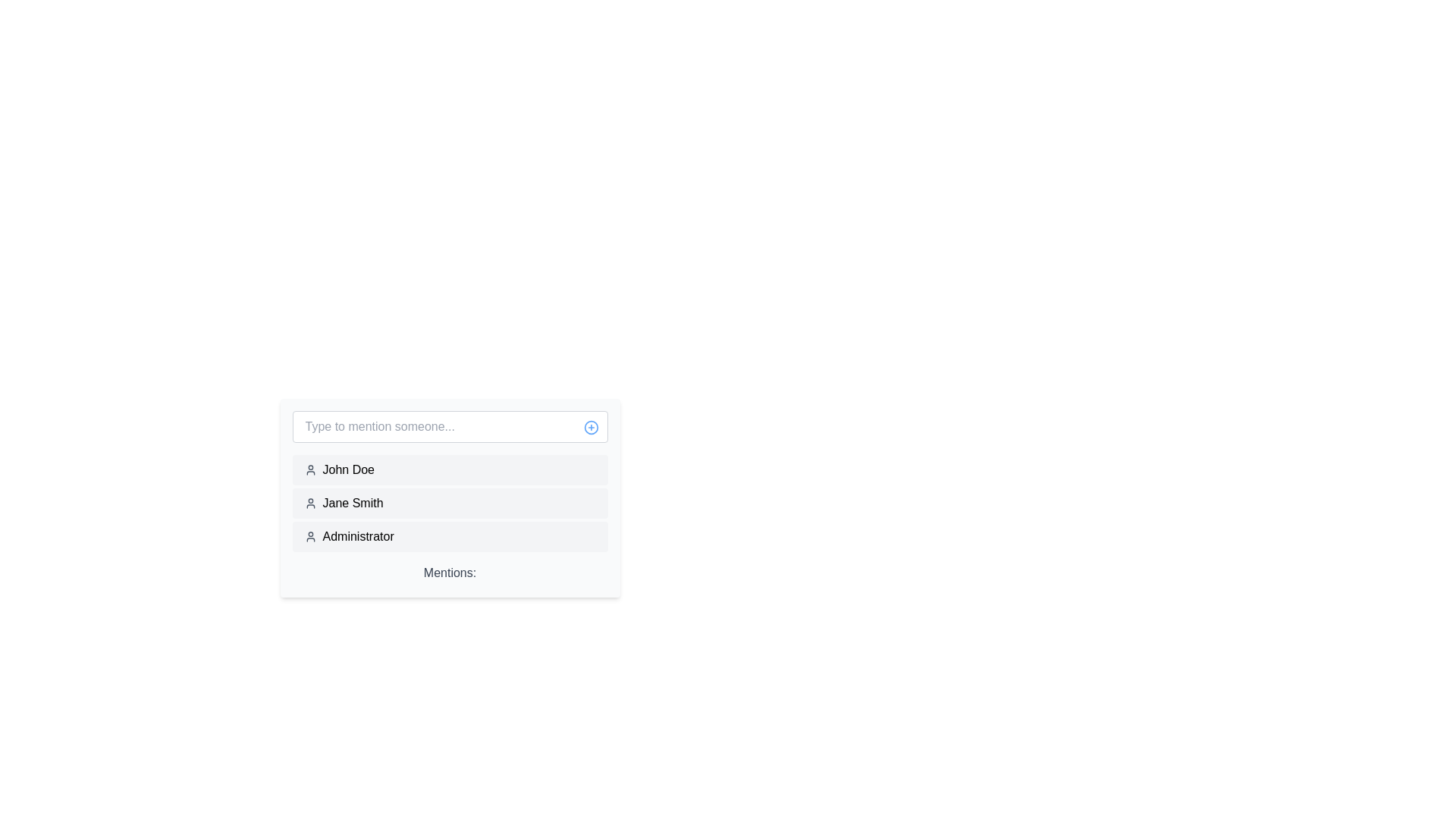 The width and height of the screenshot is (1456, 819). What do you see at coordinates (347, 469) in the screenshot?
I see `the text label displaying 'John Doe', which is aligned to the right of a user profile icon, located within a selectable list item at the top of the list` at bounding box center [347, 469].